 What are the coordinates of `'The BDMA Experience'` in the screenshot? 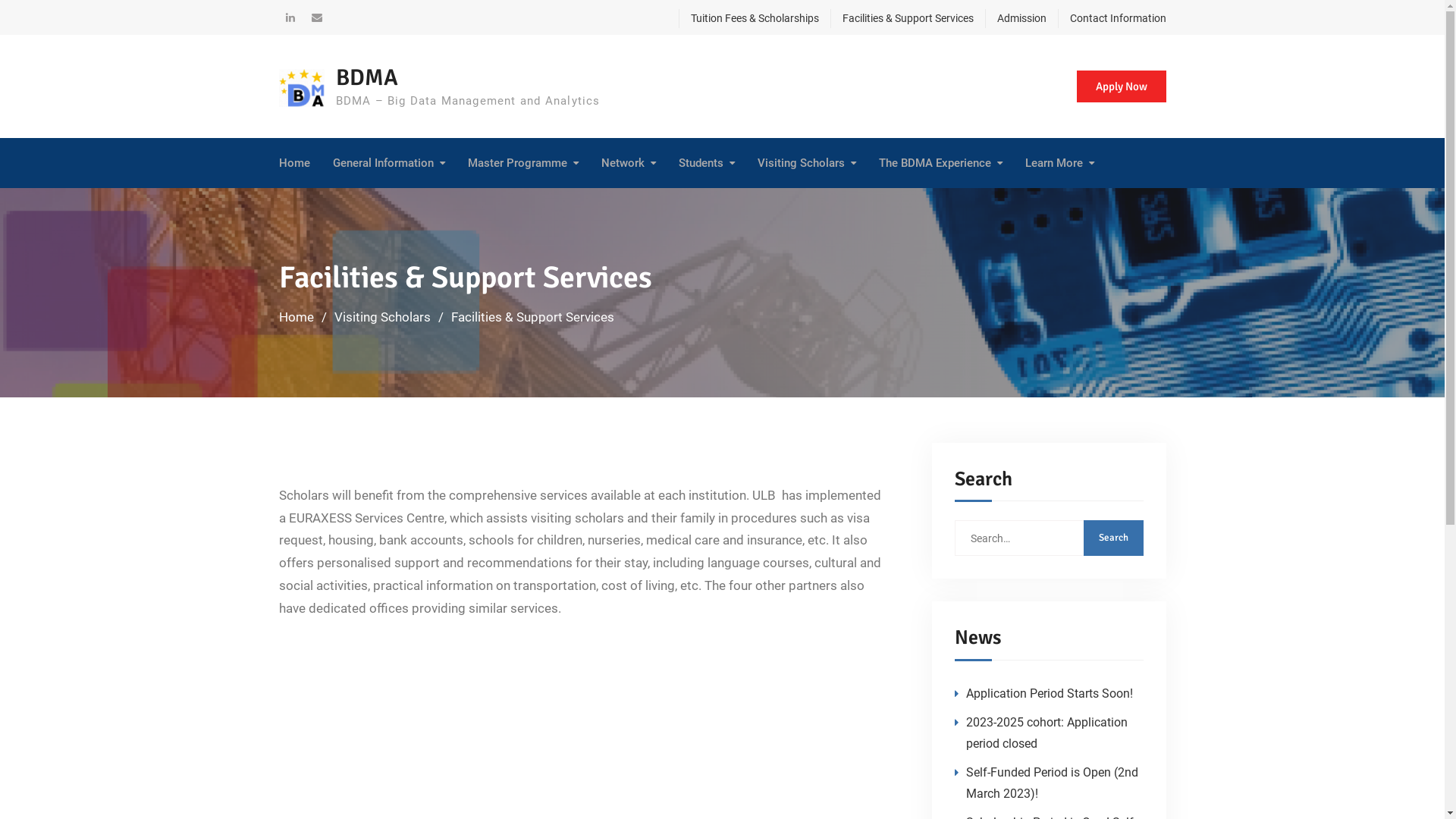 It's located at (939, 163).